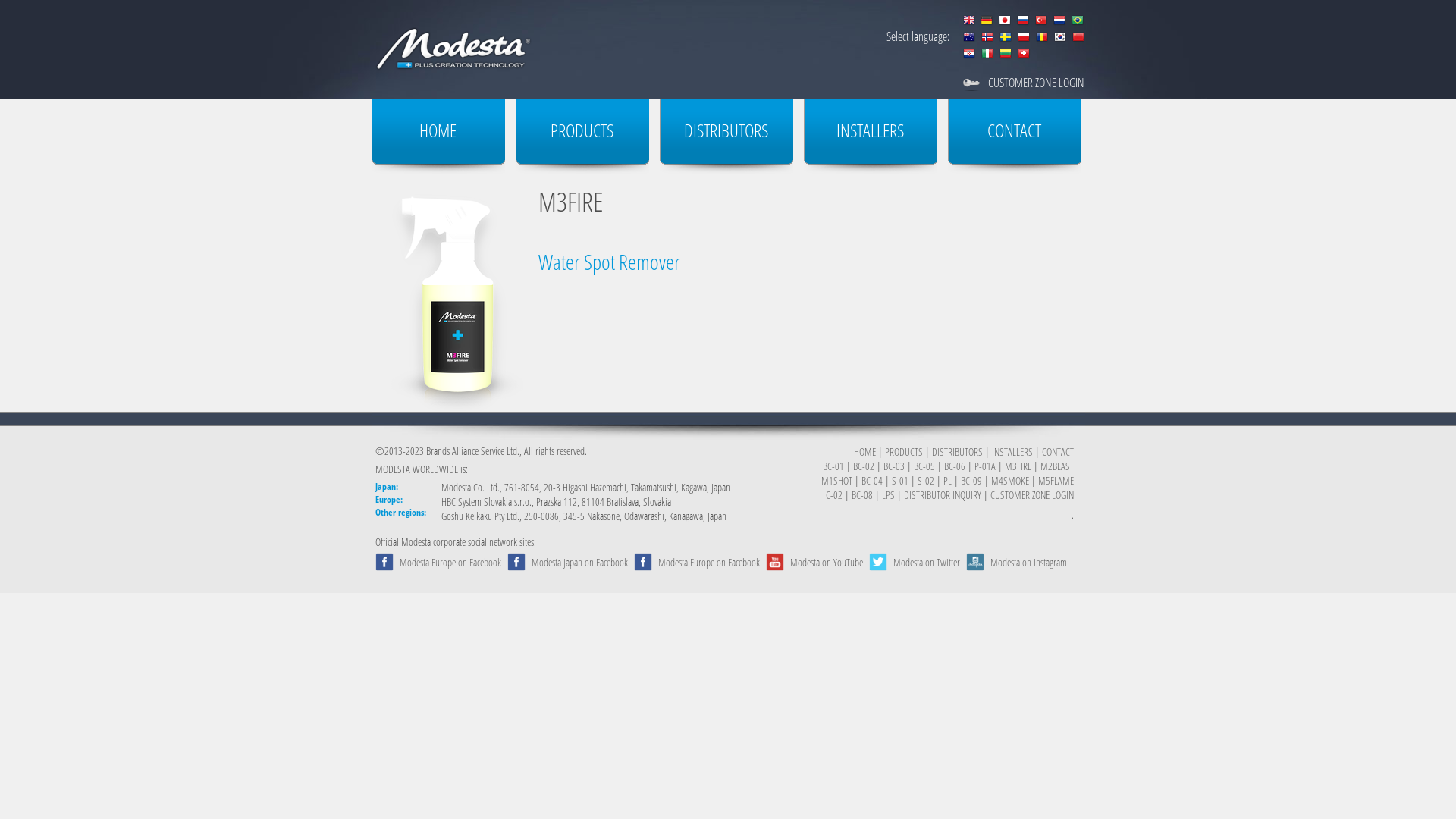 This screenshot has width=1456, height=819. What do you see at coordinates (899, 480) in the screenshot?
I see `'S-01'` at bounding box center [899, 480].